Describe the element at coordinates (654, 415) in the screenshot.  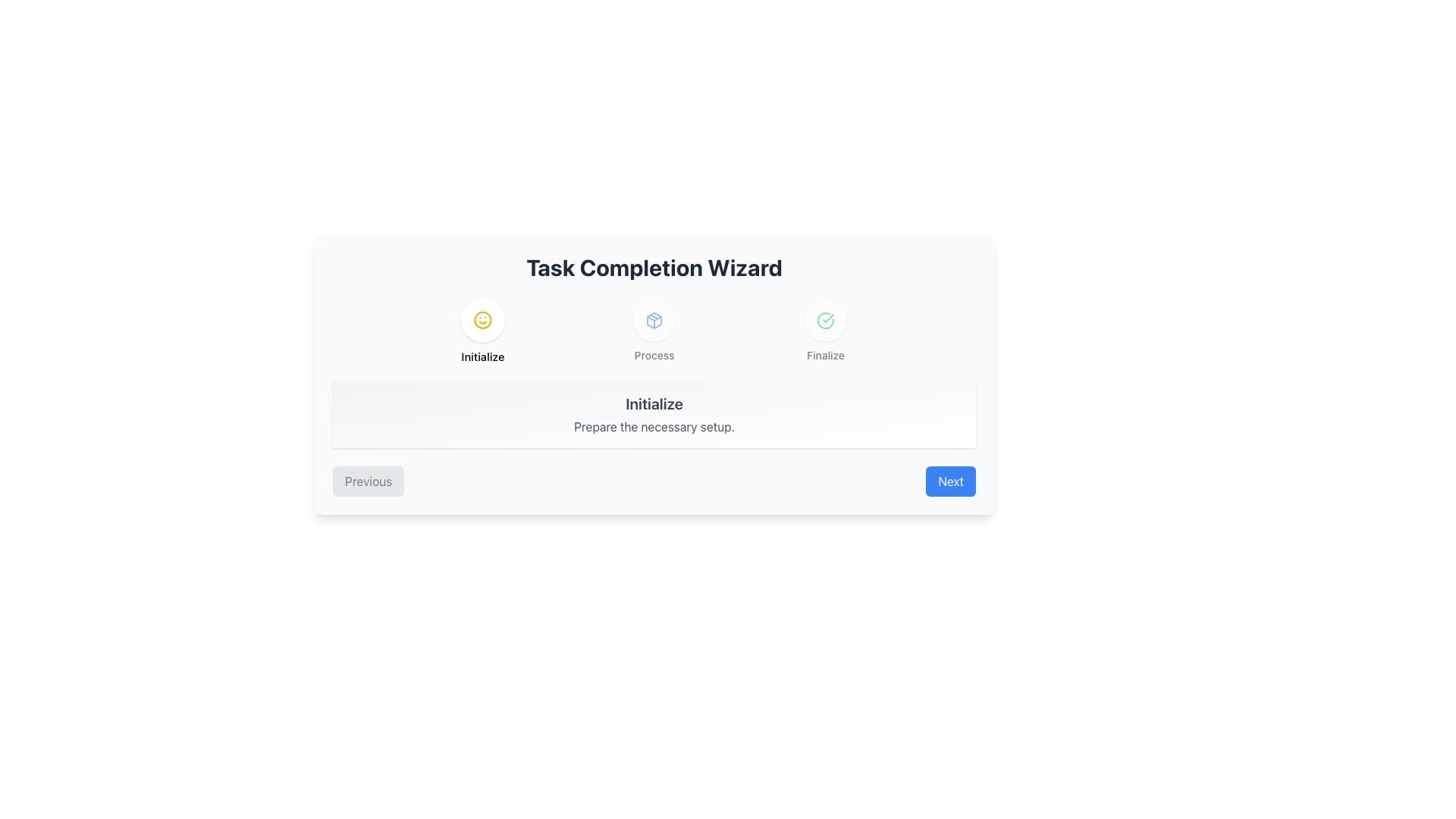
I see `the Informative Section that provides instructions related to the 'Initialize' phase of the task completion workflow, located below the 'Task Completion Wizard' and the 'Initialize', 'Process', and 'Finalize' items` at that location.